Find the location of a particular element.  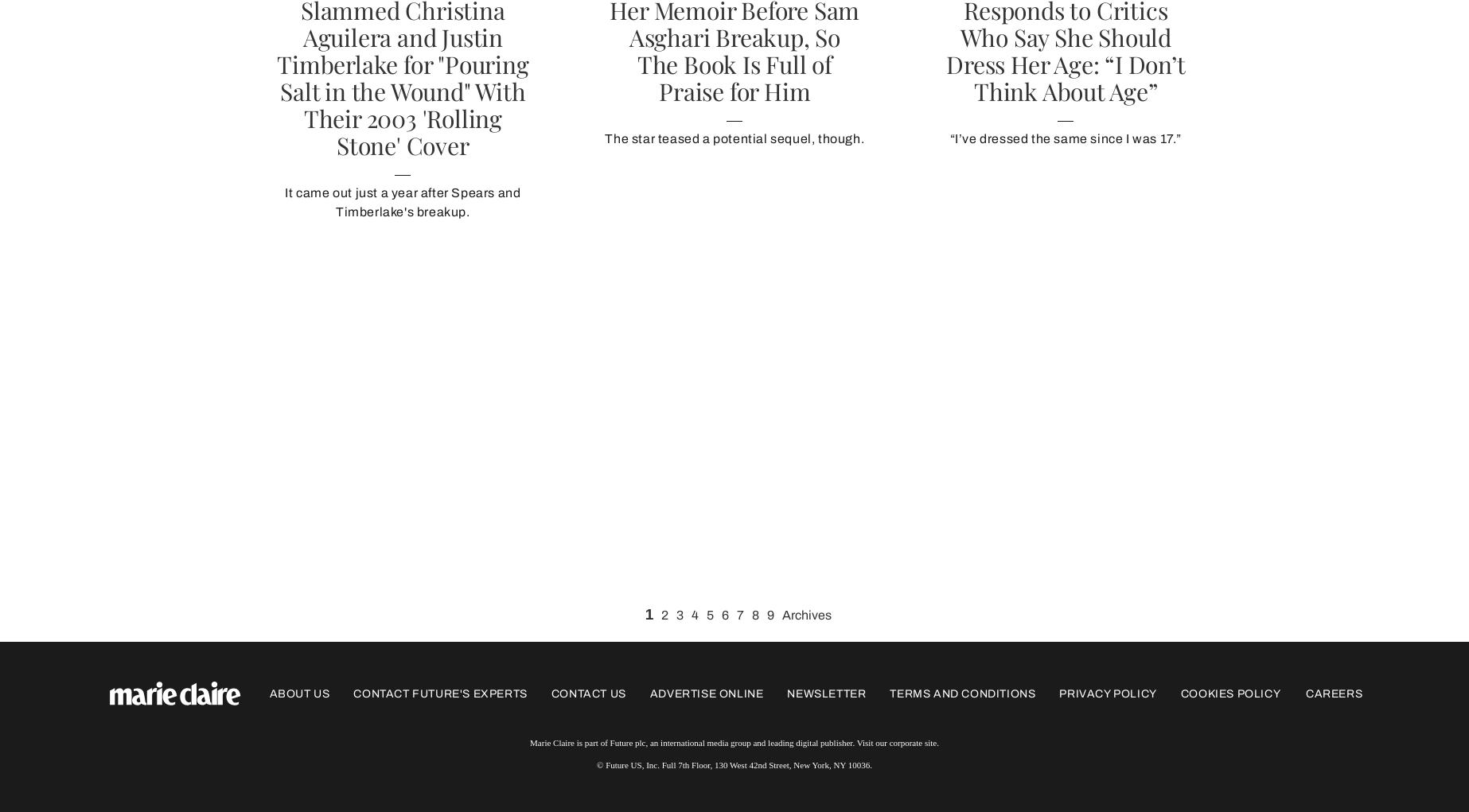

'©
Future US, Inc. Full 7th Floor, 130 West 42nd Street,
New York,
NY 10036.' is located at coordinates (596, 763).